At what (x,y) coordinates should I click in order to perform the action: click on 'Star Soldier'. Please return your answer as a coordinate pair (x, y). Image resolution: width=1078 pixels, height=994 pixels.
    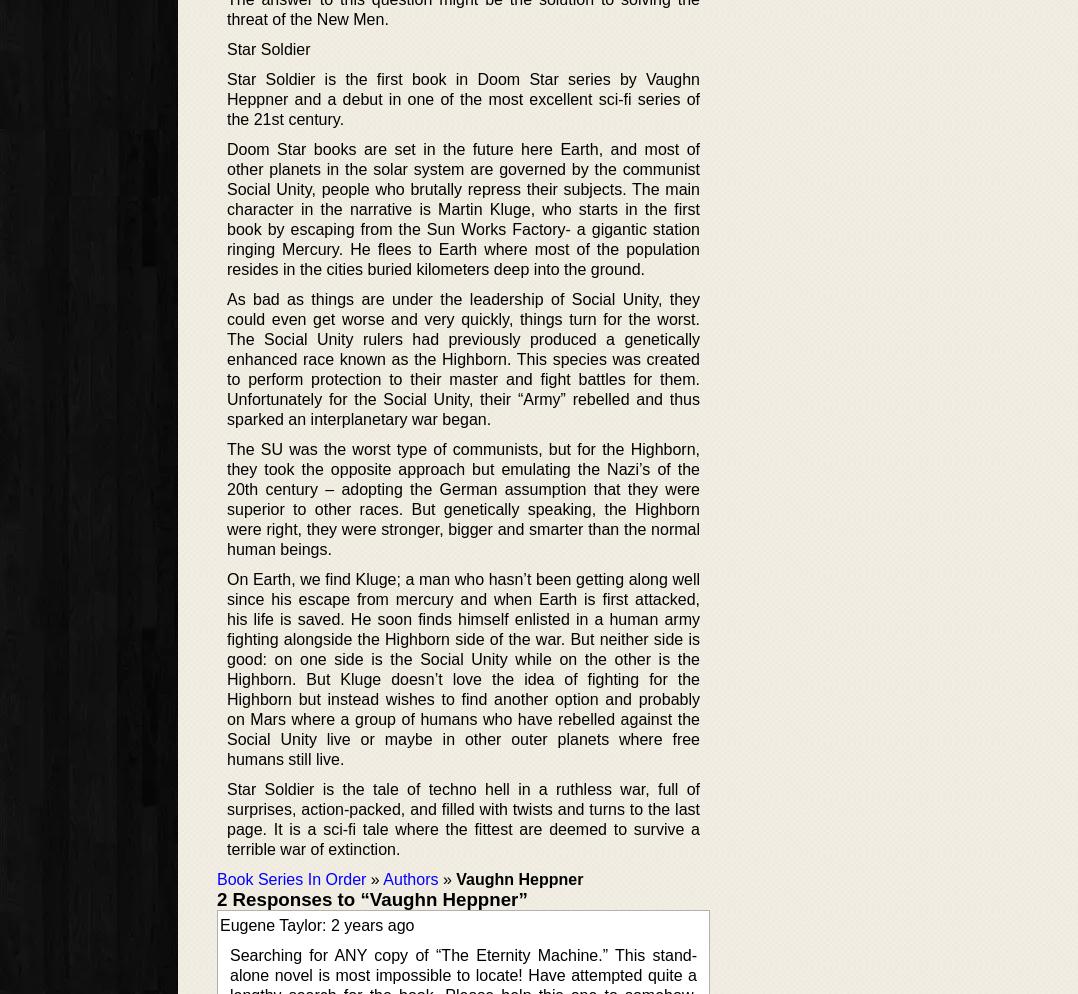
    Looking at the image, I should click on (267, 48).